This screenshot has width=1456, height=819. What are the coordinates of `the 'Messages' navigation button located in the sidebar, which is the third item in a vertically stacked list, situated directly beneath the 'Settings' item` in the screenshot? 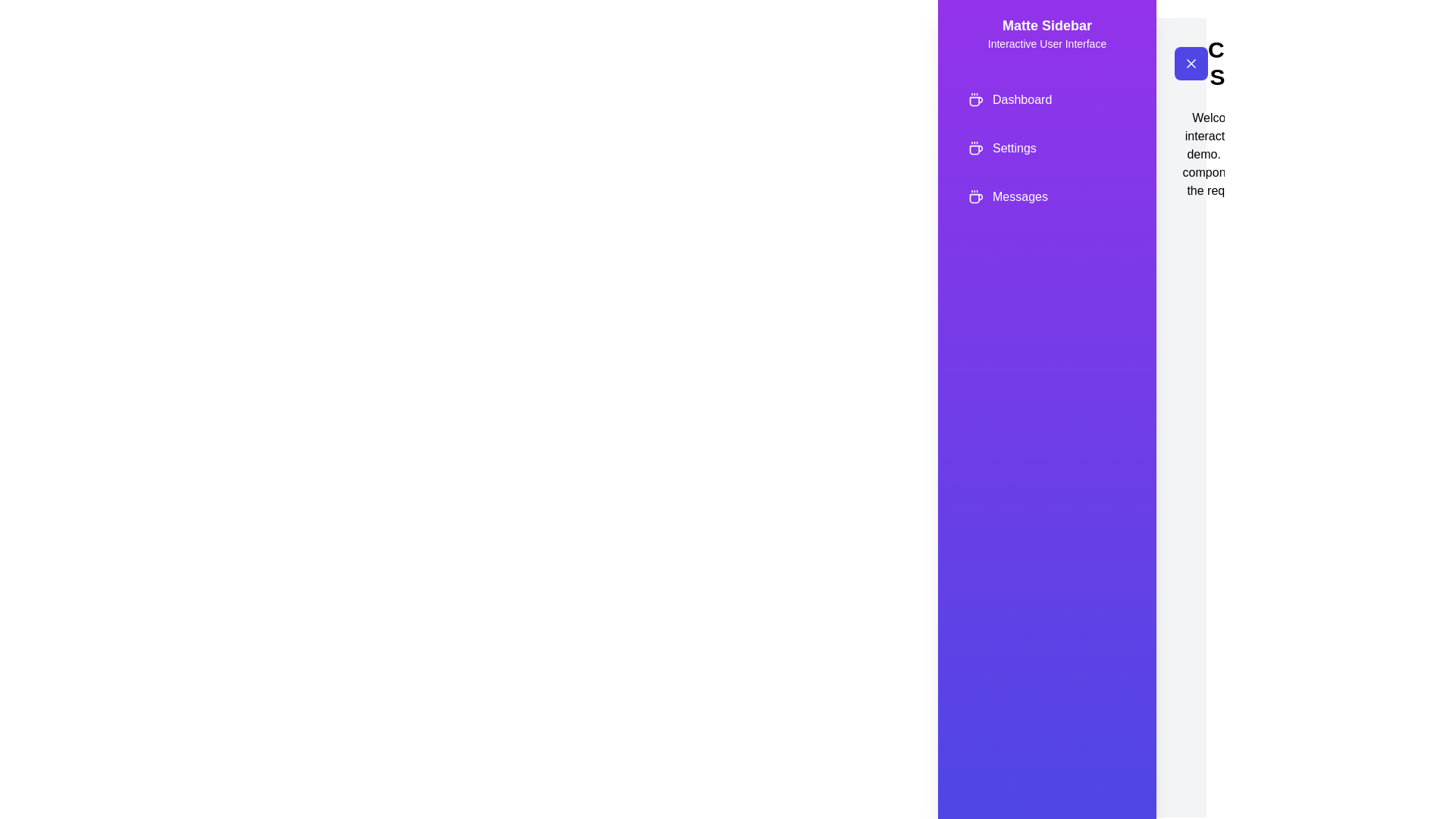 It's located at (1046, 196).